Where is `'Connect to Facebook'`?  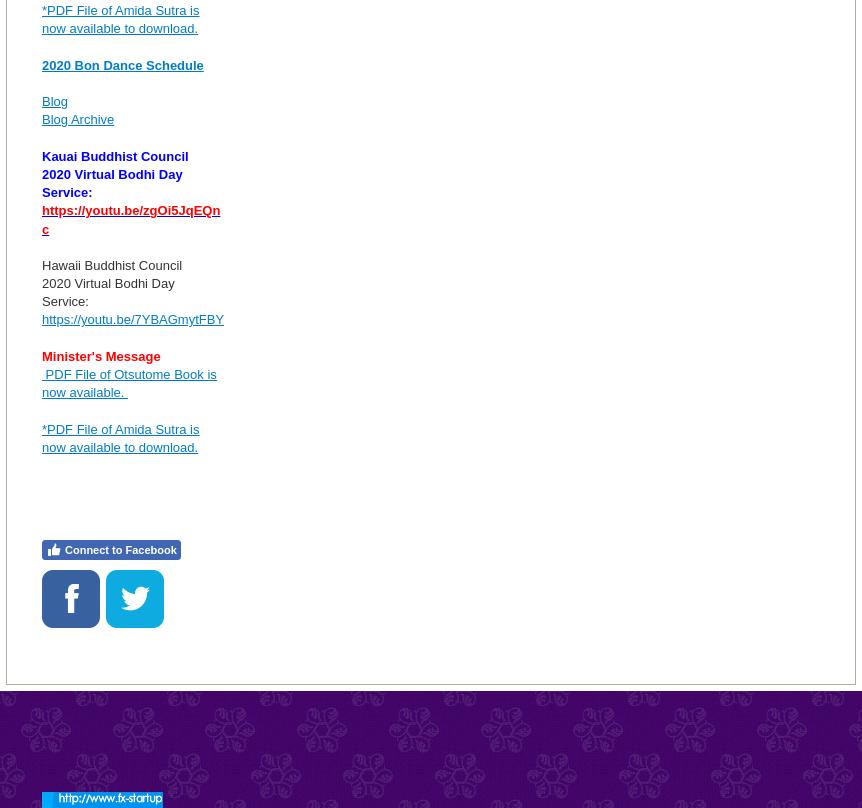
'Connect to Facebook' is located at coordinates (119, 548).